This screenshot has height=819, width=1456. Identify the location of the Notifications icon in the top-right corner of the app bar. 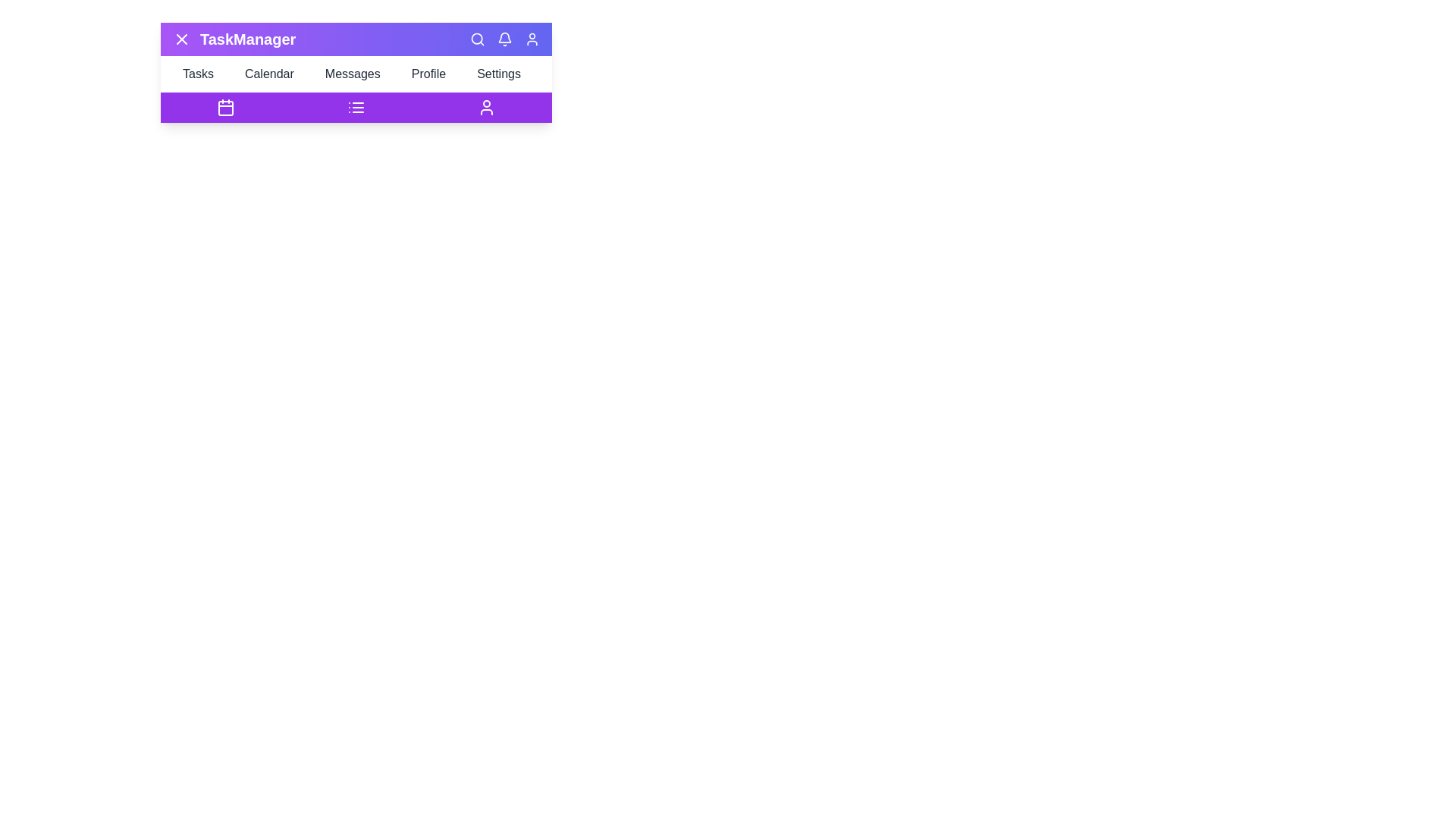
(505, 38).